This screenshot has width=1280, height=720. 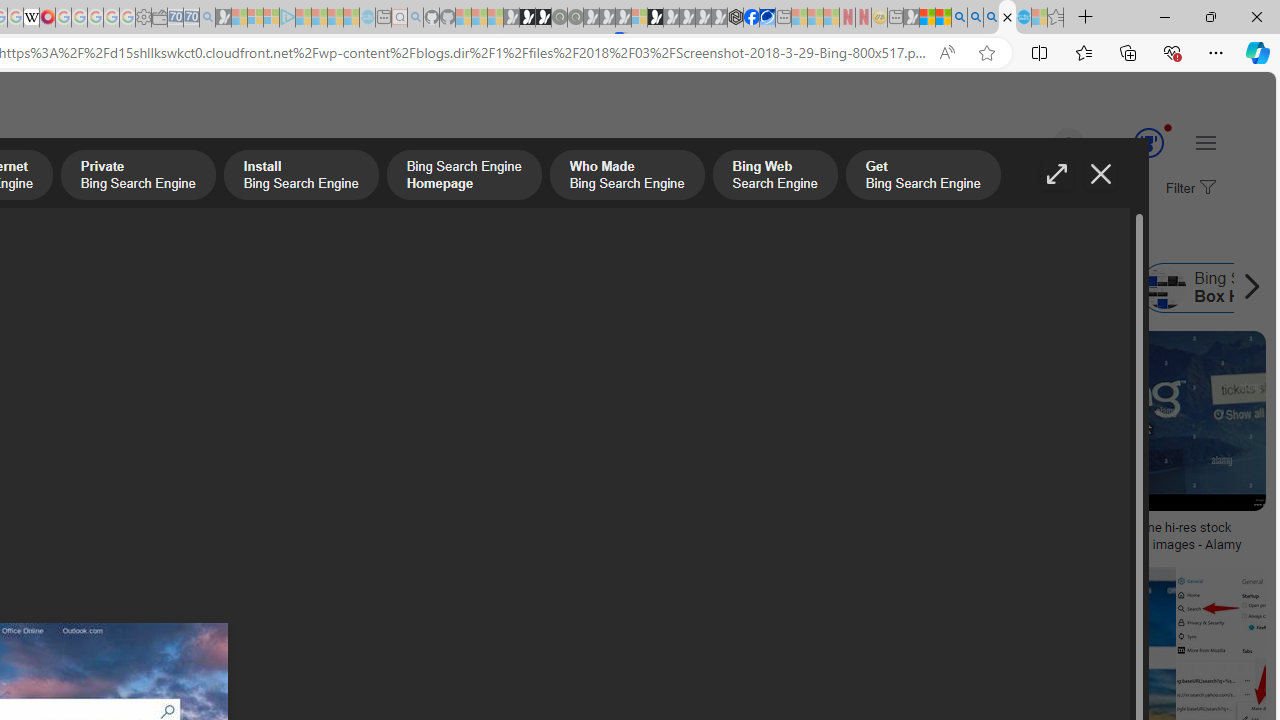 What do you see at coordinates (766, 17) in the screenshot?
I see `'AirNow.gov'` at bounding box center [766, 17].